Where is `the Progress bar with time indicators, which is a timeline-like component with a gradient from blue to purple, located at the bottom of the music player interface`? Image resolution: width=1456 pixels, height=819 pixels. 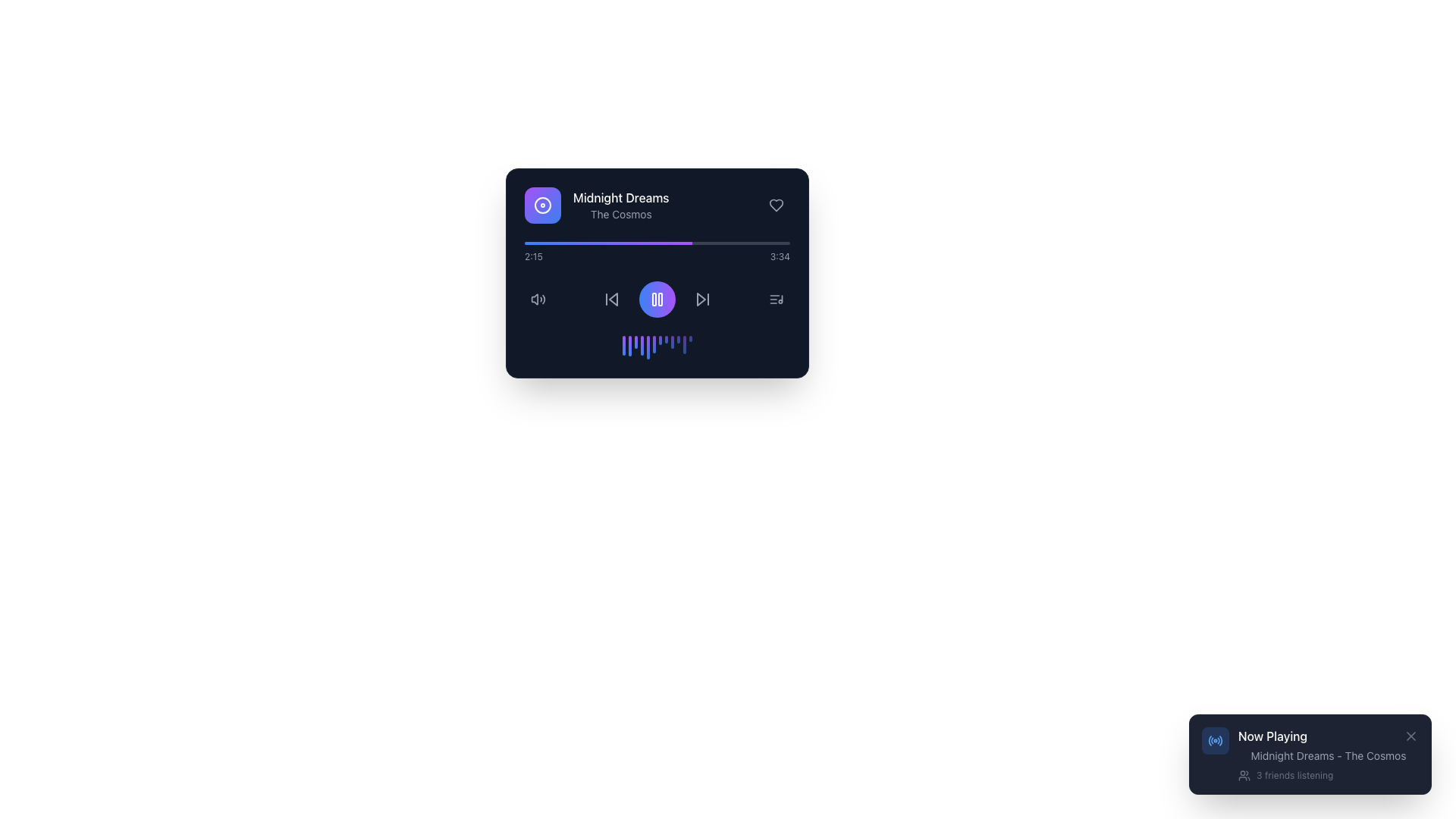
the Progress bar with time indicators, which is a timeline-like component with a gradient from blue to purple, located at the bottom of the music player interface is located at coordinates (657, 251).